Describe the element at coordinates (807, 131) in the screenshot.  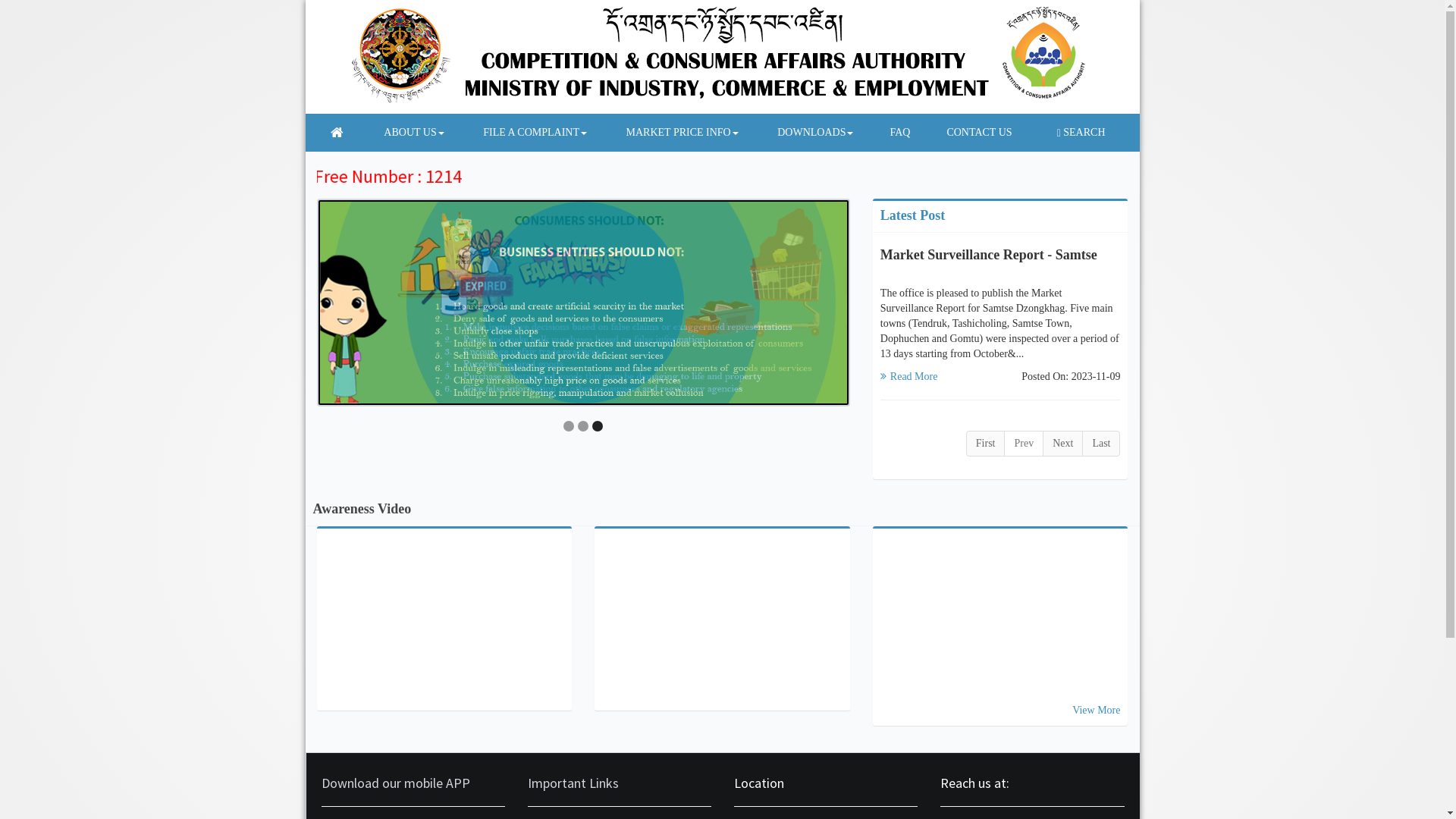
I see `'DOWNLOADS'` at that location.